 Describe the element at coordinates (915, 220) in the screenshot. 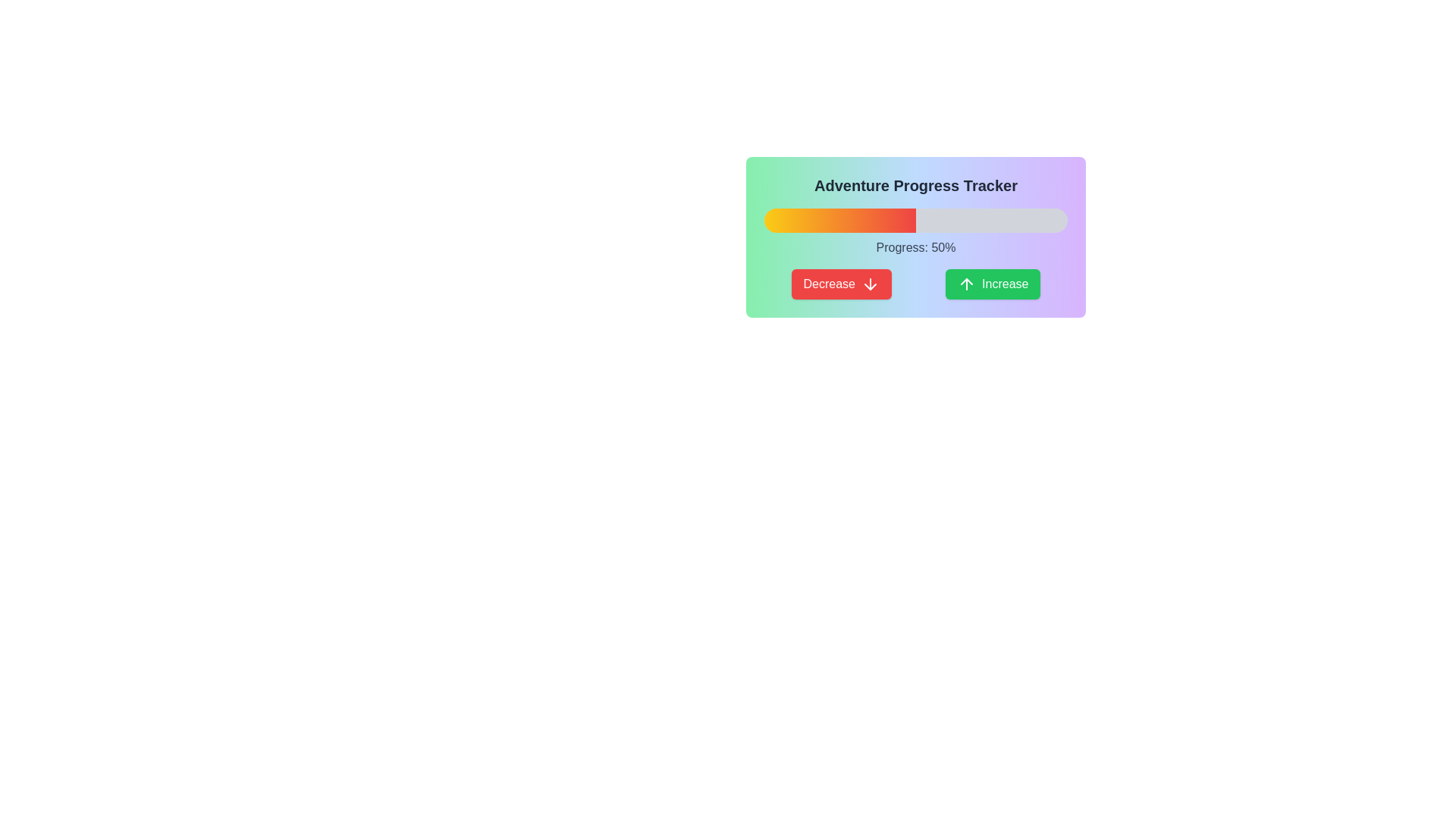

I see `the progress bar indicating 50% completion, situated below 'Adventure Progress Tracker' and above 'Progress: 50%'` at that location.